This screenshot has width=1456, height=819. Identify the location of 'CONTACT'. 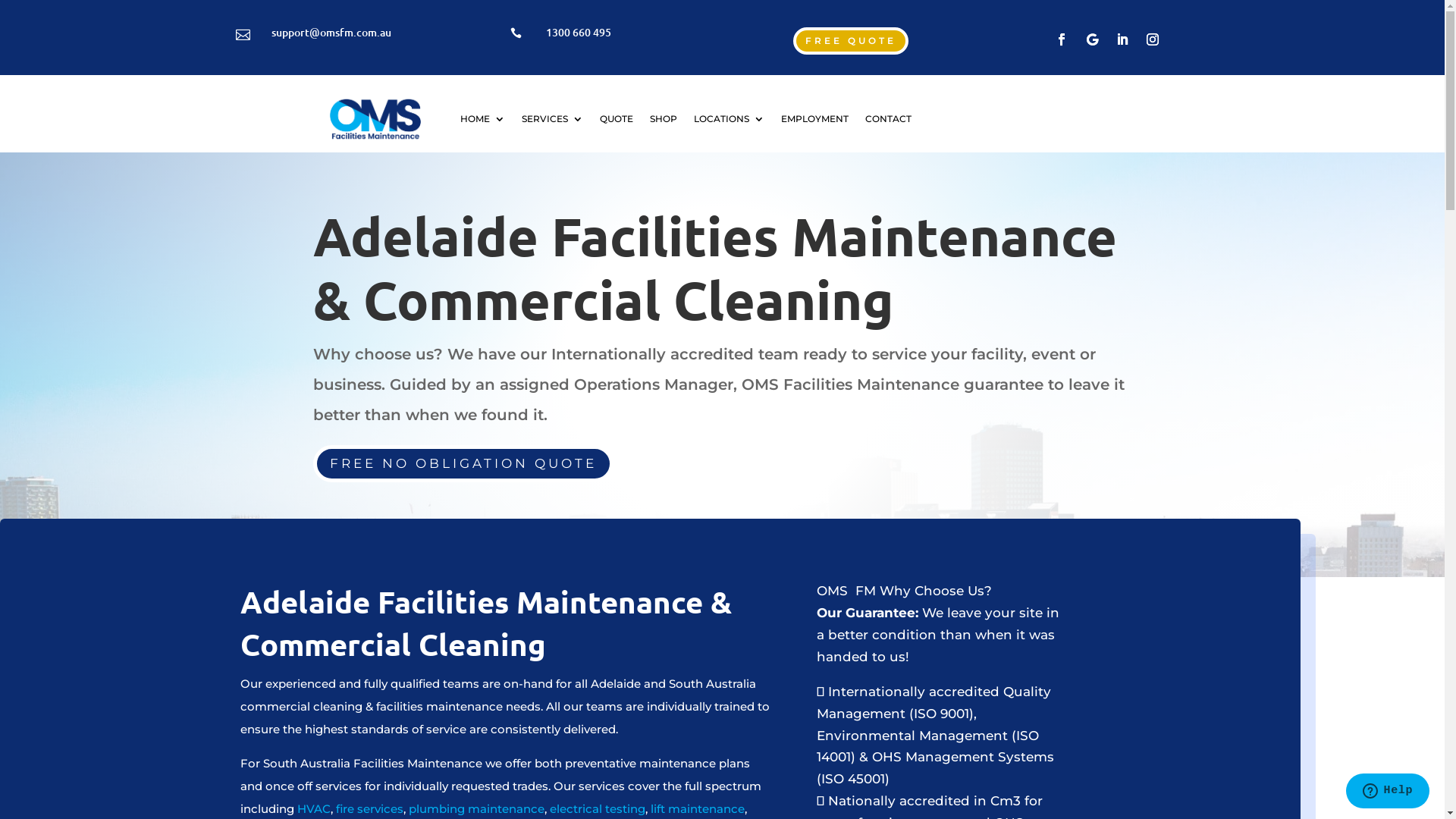
(865, 118).